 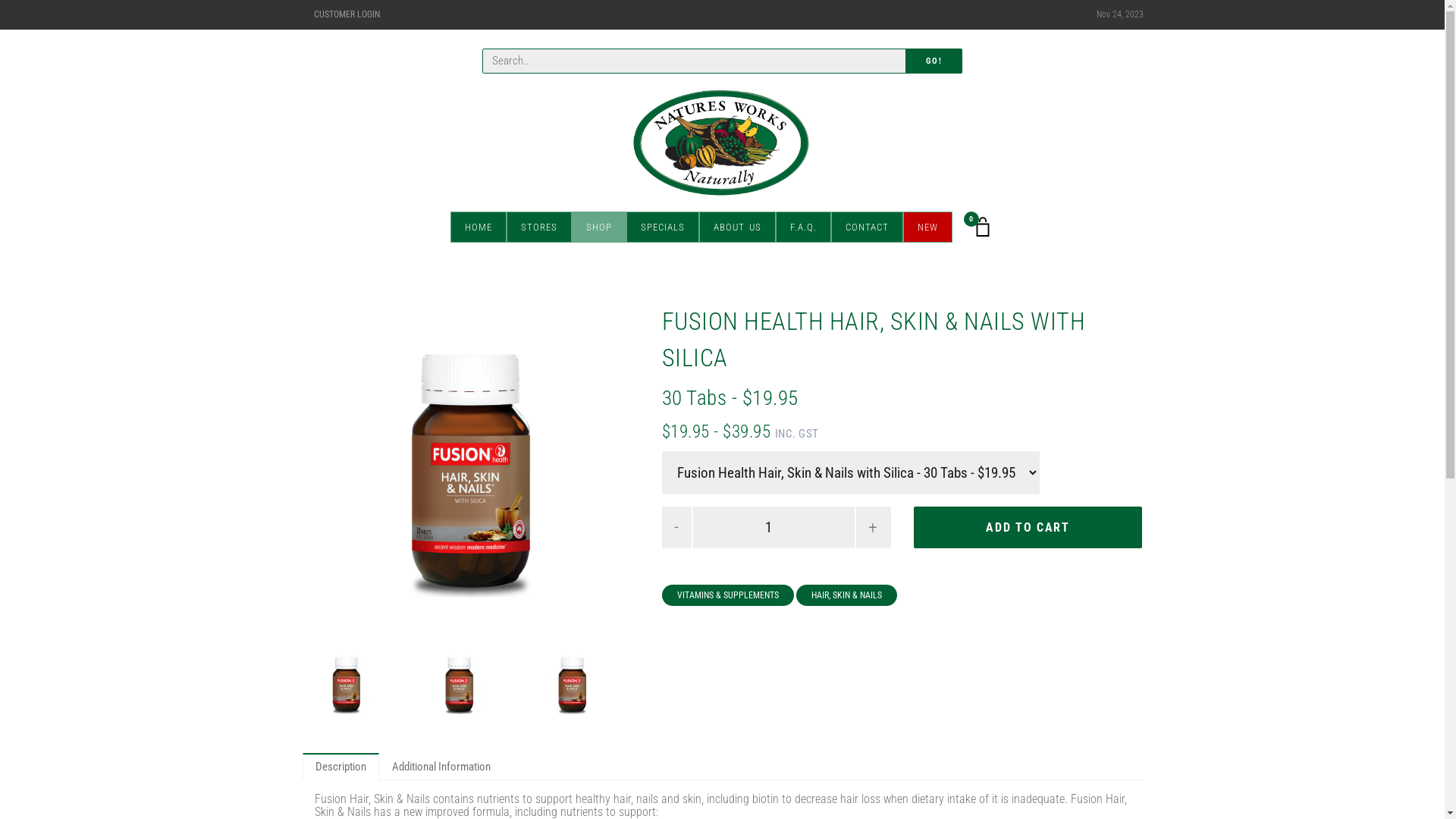 What do you see at coordinates (926, 226) in the screenshot?
I see `'NEW'` at bounding box center [926, 226].